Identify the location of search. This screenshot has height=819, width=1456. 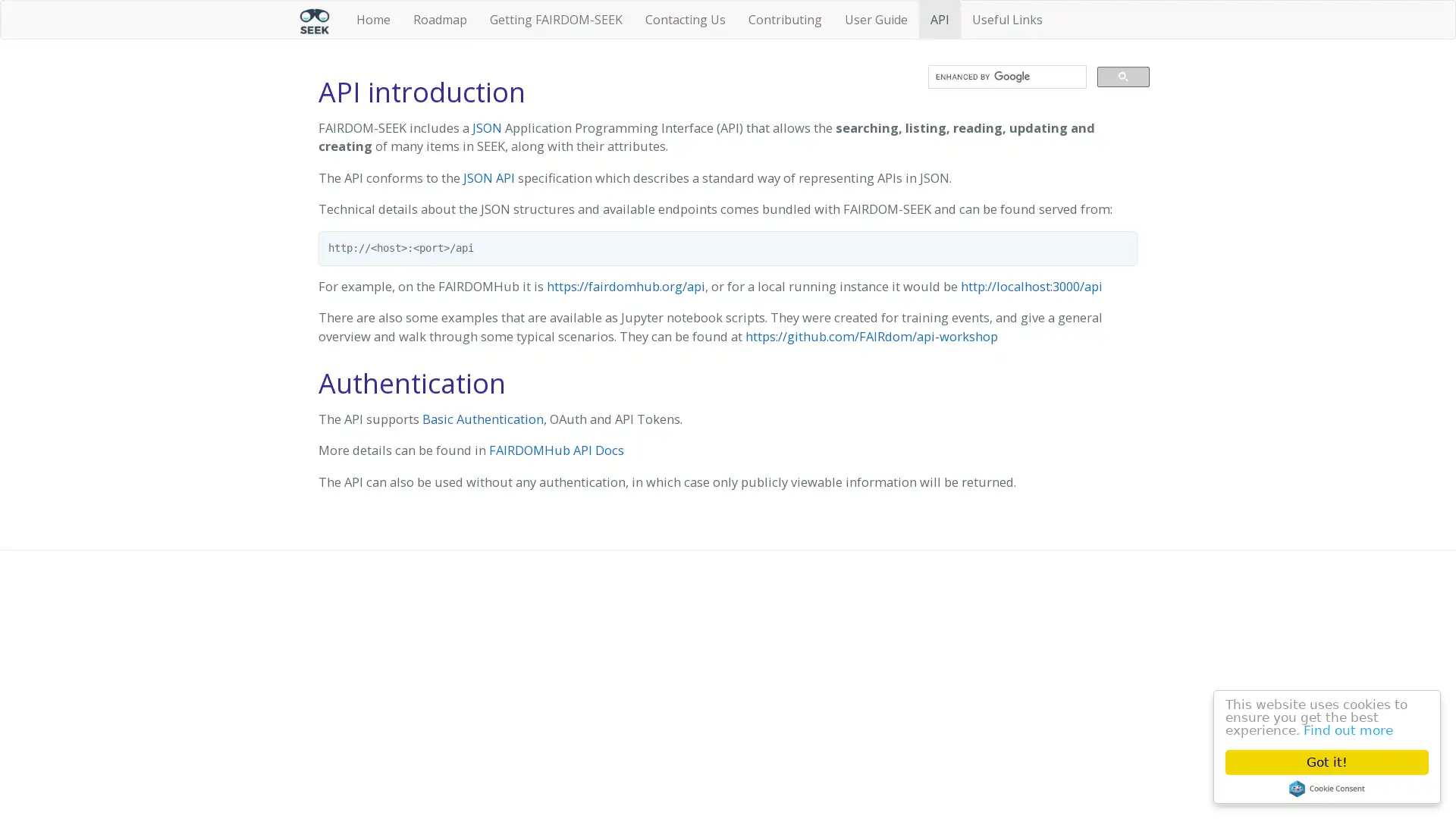
(1123, 76).